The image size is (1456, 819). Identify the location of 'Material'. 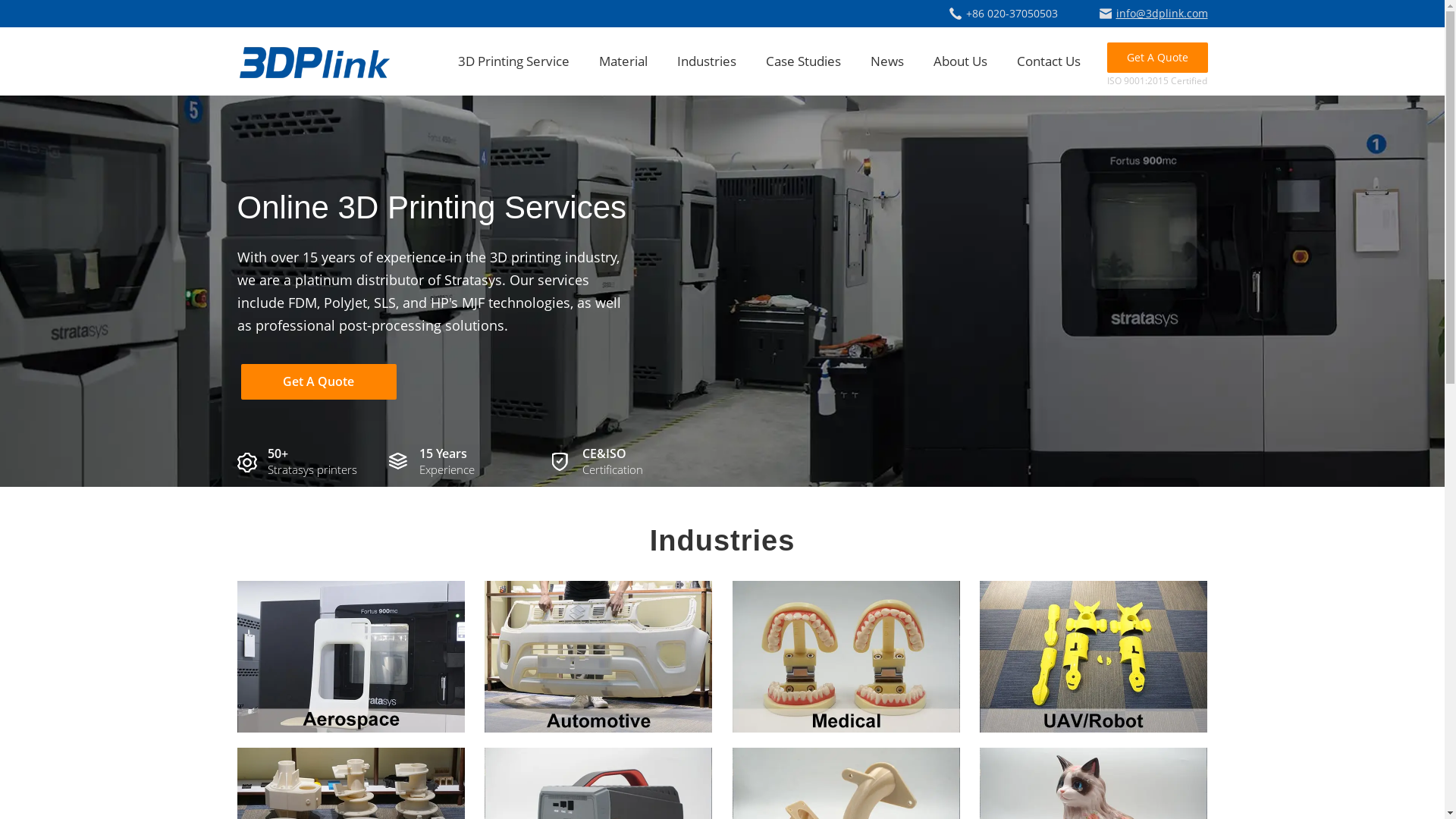
(623, 60).